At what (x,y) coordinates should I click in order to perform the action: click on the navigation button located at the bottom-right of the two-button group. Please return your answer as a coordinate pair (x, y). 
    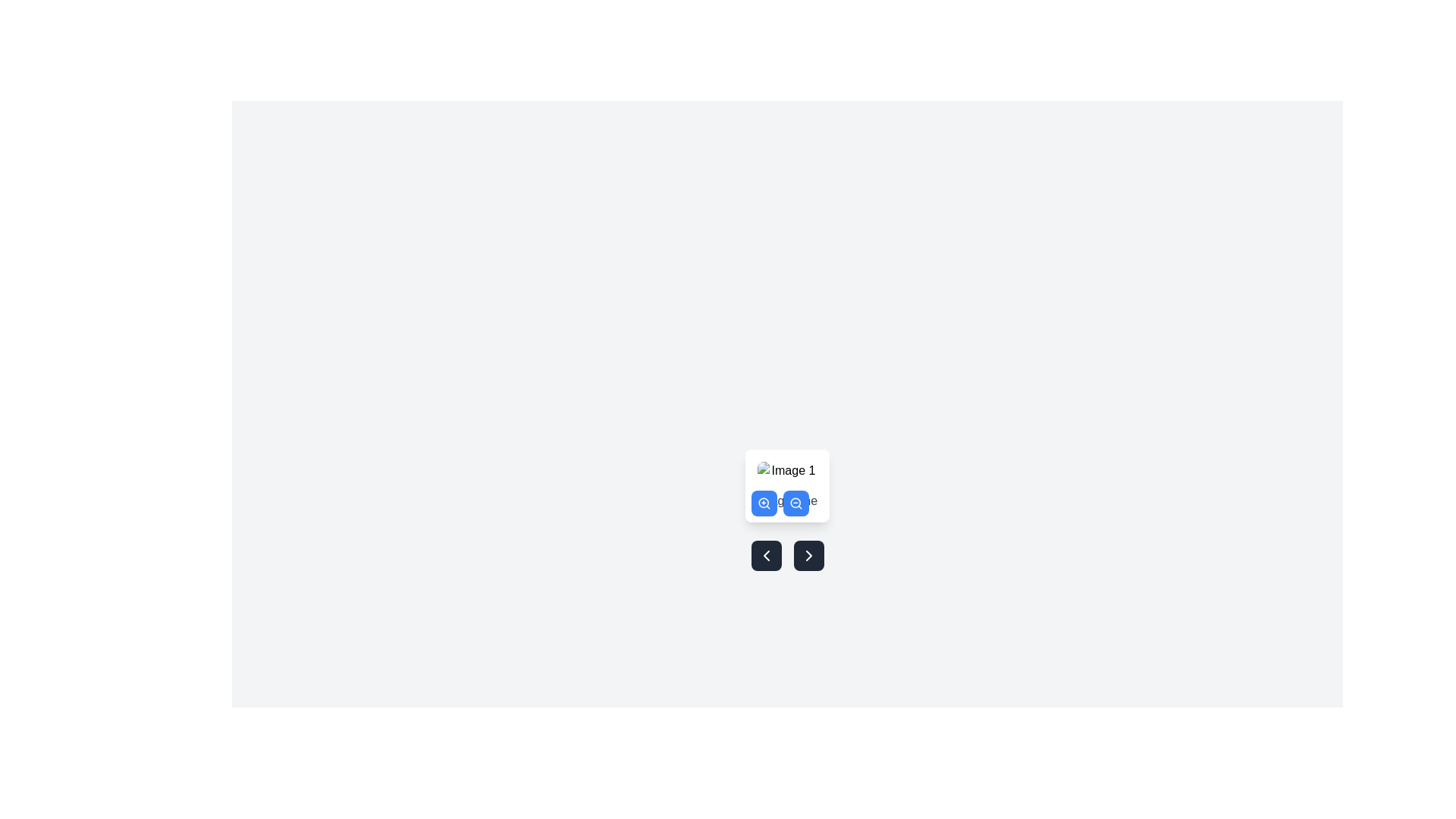
    Looking at the image, I should click on (808, 555).